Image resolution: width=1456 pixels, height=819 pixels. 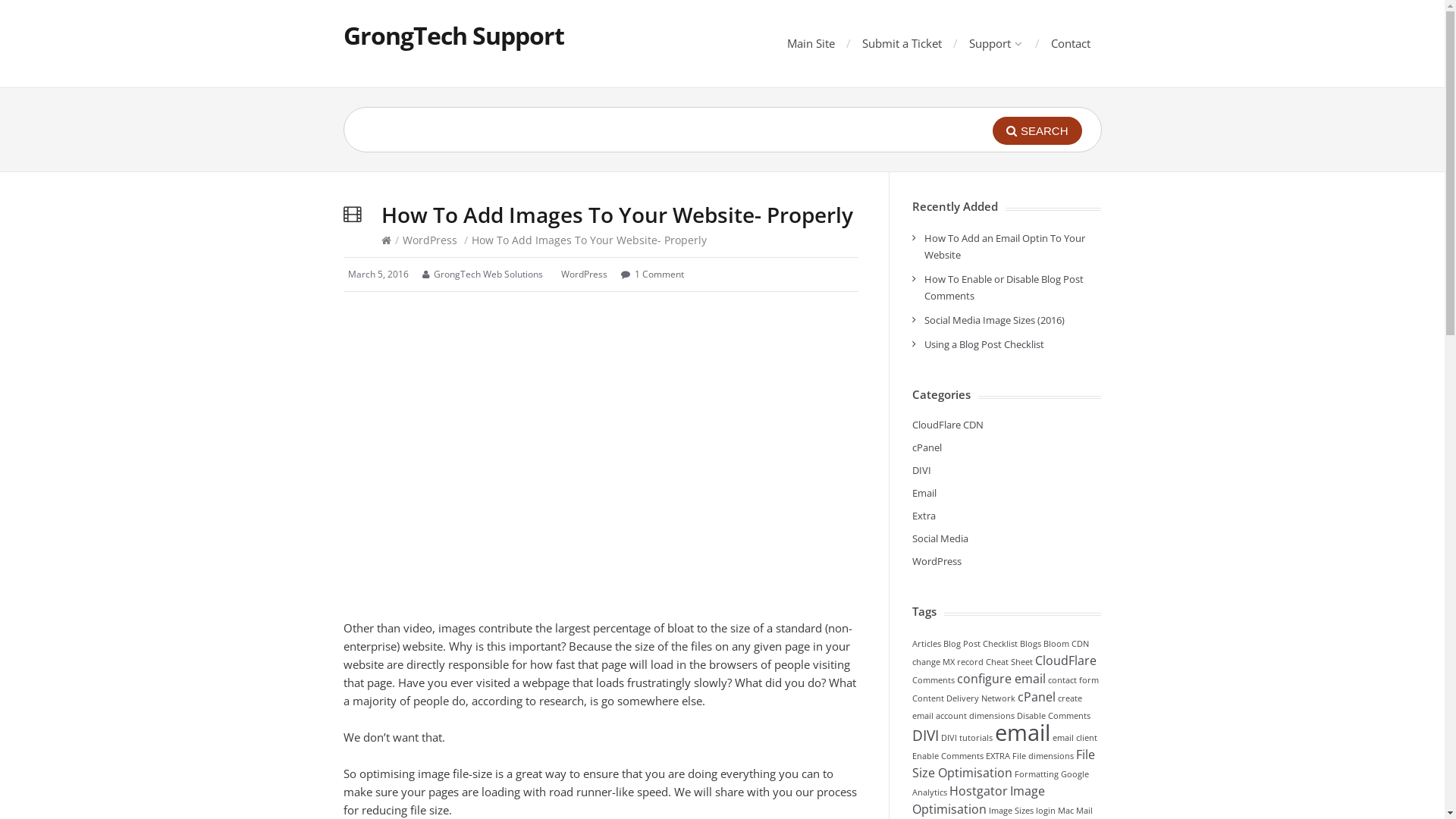 What do you see at coordinates (923, 344) in the screenshot?
I see `'Using a Blog Post Checklist'` at bounding box center [923, 344].